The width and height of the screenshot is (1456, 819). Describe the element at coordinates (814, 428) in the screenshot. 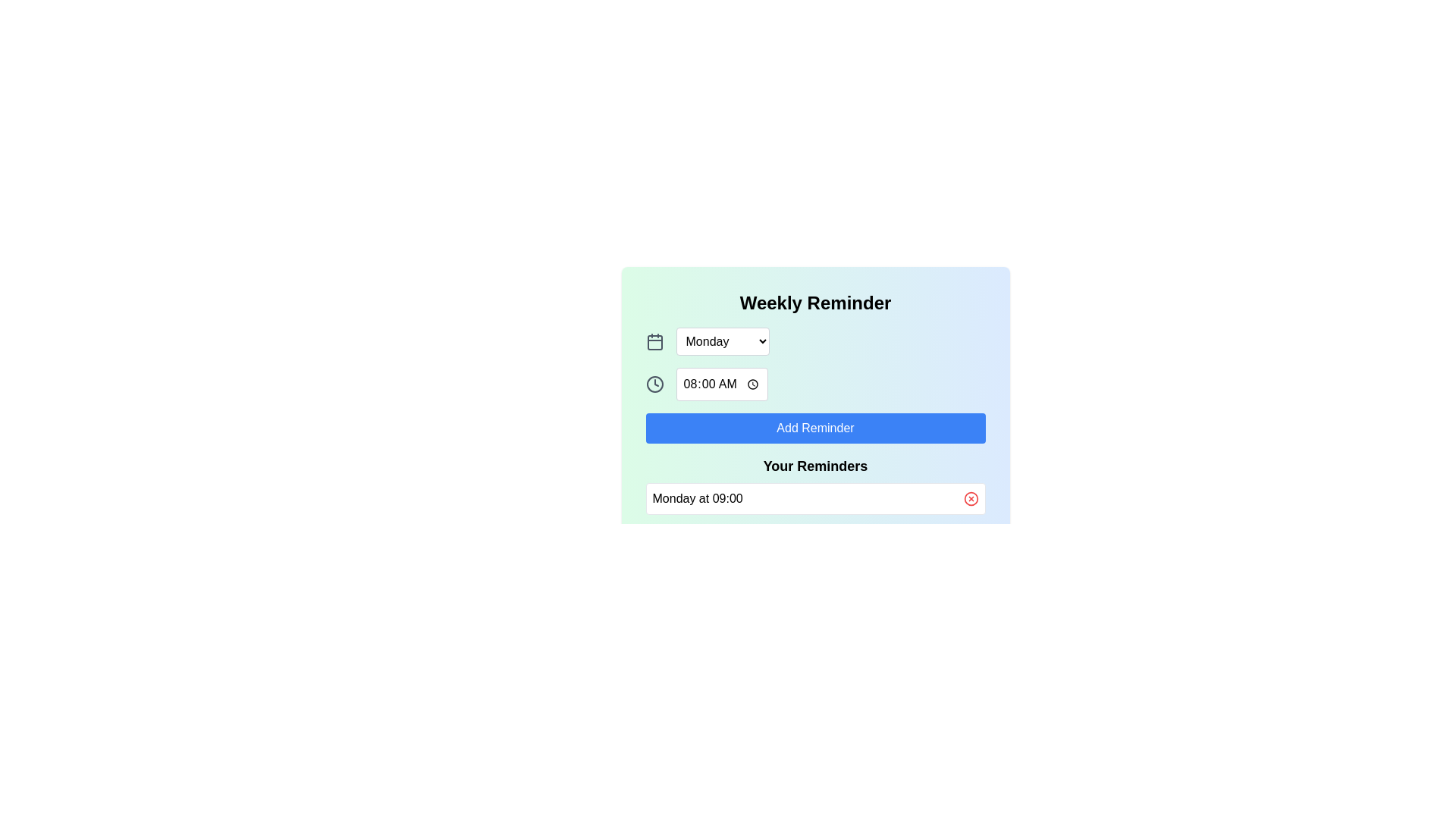

I see `the button that allows users to add a new reminder, located below the time input field labeled '08:00 AM' and above the section titled 'Your Reminders'` at that location.